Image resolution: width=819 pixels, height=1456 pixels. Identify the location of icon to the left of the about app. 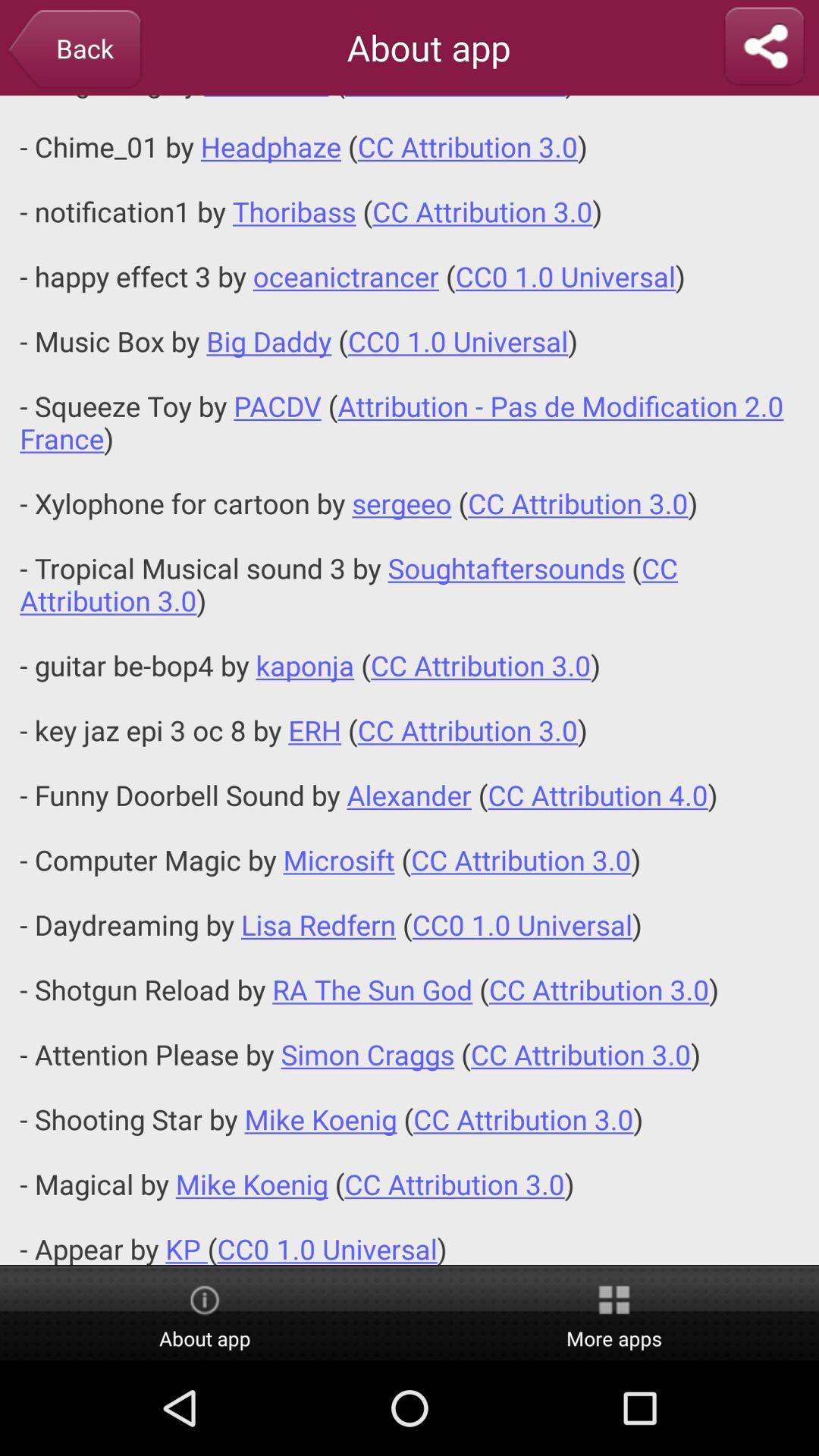
(74, 50).